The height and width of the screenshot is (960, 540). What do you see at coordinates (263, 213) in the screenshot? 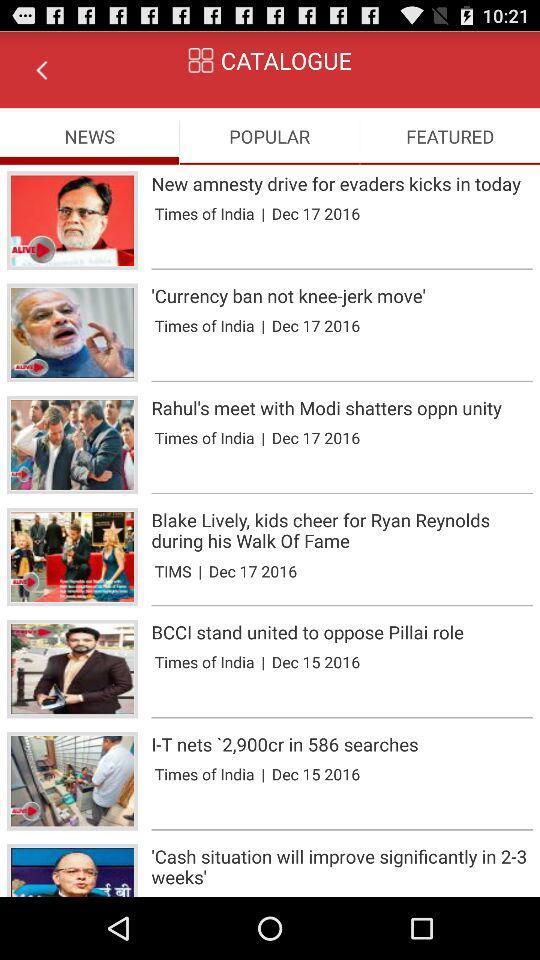
I see `the app to the left of dec 17 2016` at bounding box center [263, 213].